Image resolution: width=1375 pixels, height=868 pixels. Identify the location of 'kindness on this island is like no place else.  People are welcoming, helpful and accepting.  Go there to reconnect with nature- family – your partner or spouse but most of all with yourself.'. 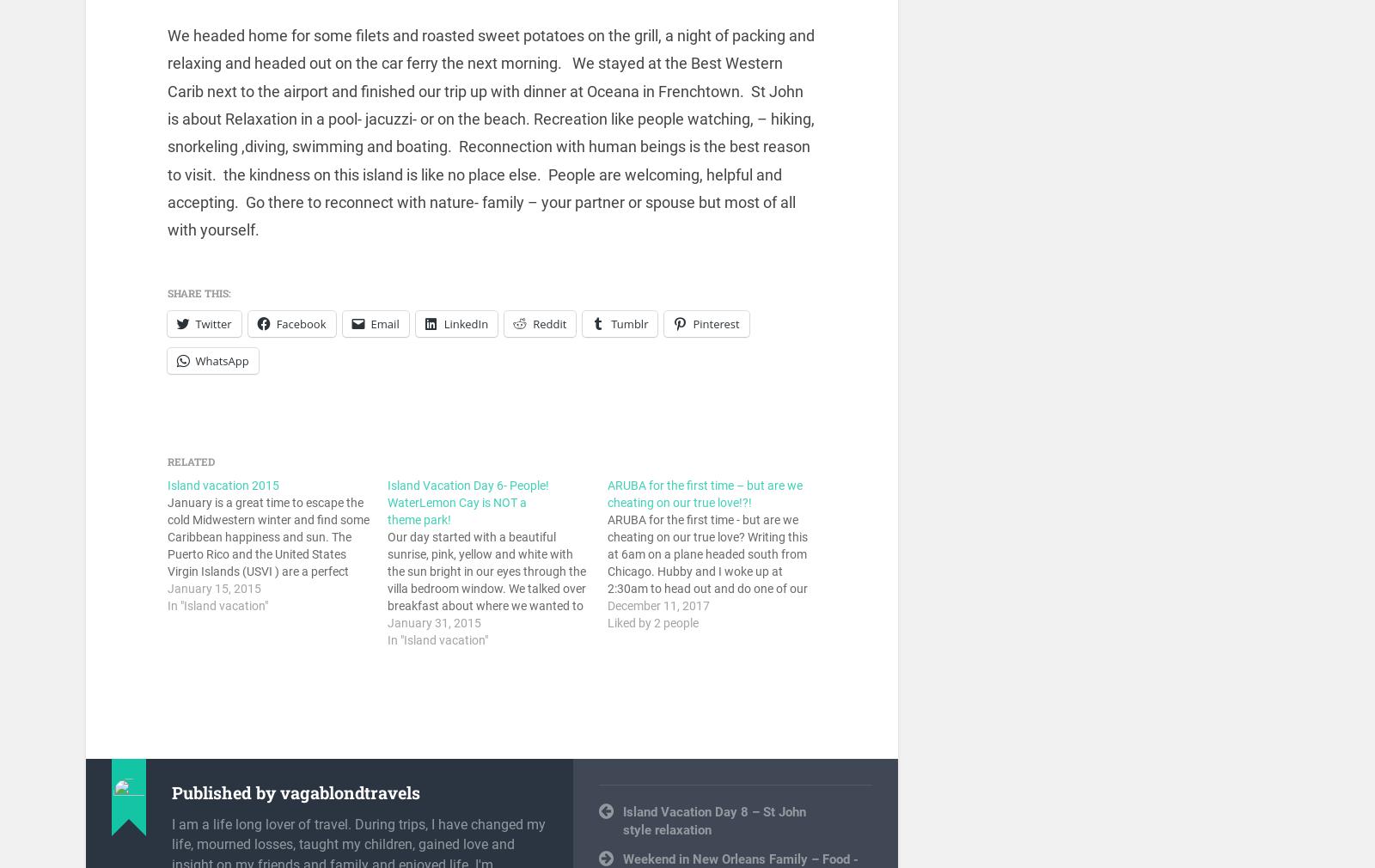
(480, 201).